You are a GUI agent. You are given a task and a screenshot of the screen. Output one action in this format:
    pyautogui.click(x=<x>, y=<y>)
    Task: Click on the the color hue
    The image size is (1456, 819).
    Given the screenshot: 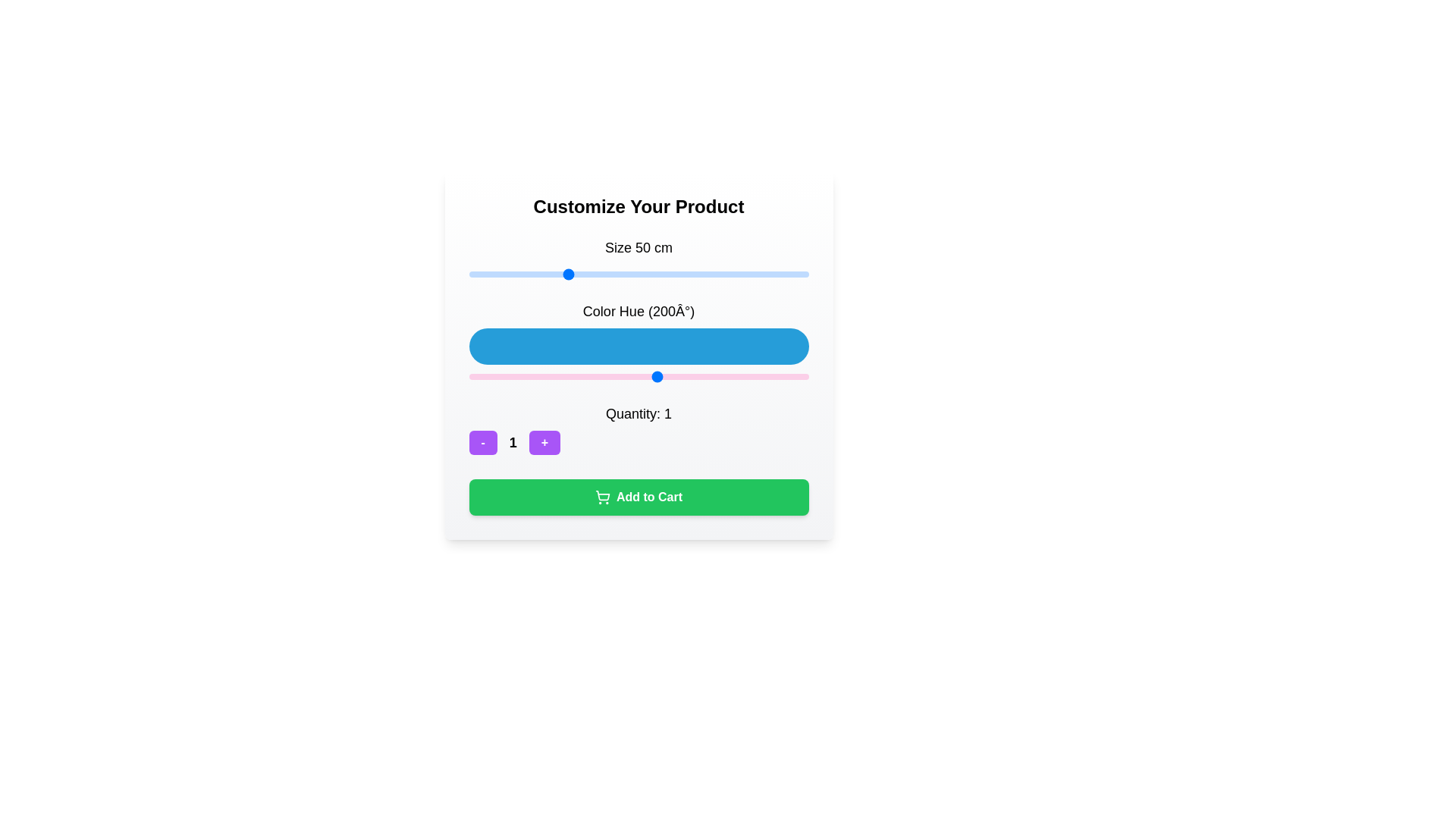 What is the action you would take?
    pyautogui.click(x=583, y=376)
    